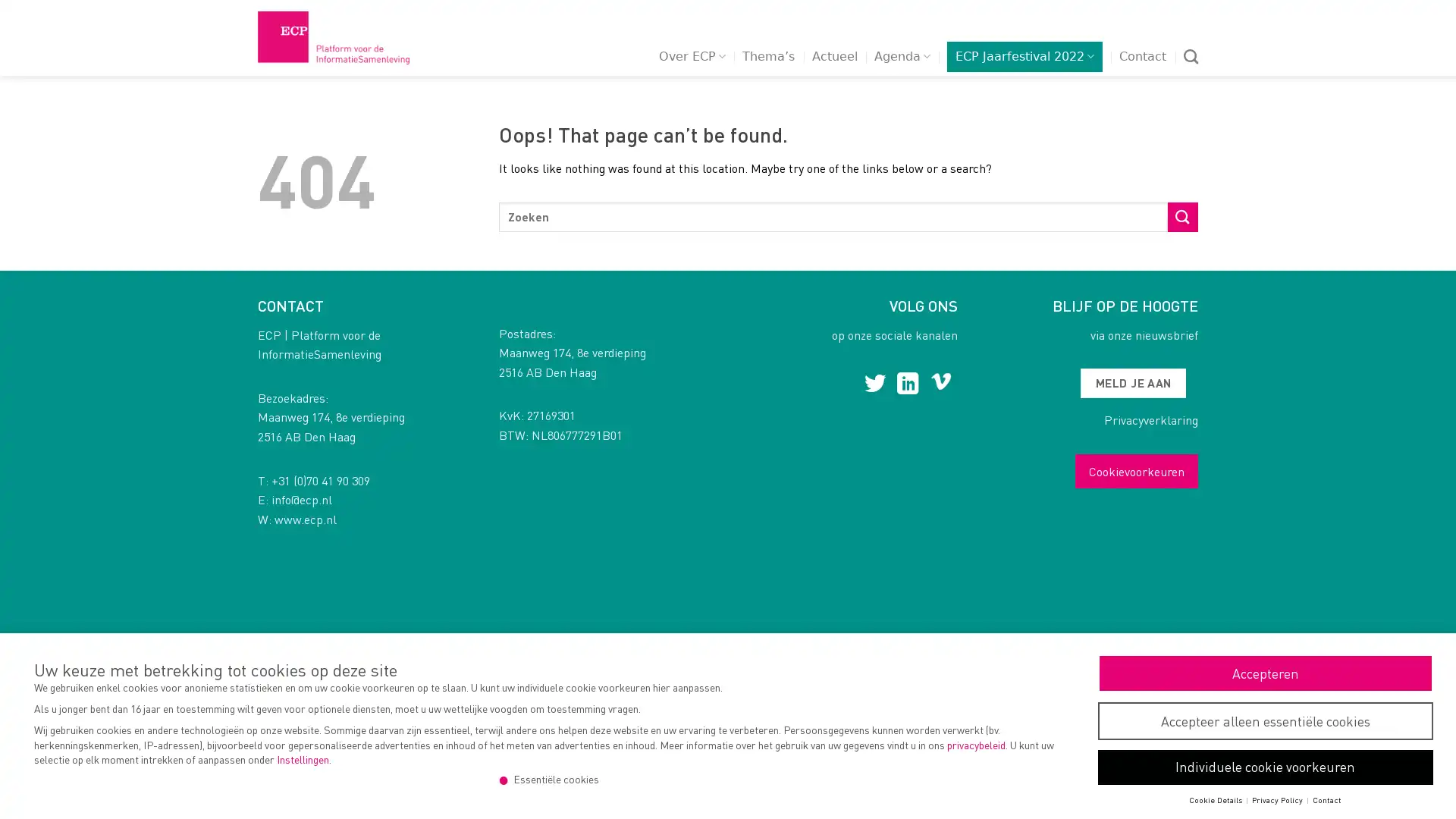 Image resolution: width=1456 pixels, height=819 pixels. Describe the element at coordinates (1265, 767) in the screenshot. I see `Individuele cookie voorkeuren` at that location.